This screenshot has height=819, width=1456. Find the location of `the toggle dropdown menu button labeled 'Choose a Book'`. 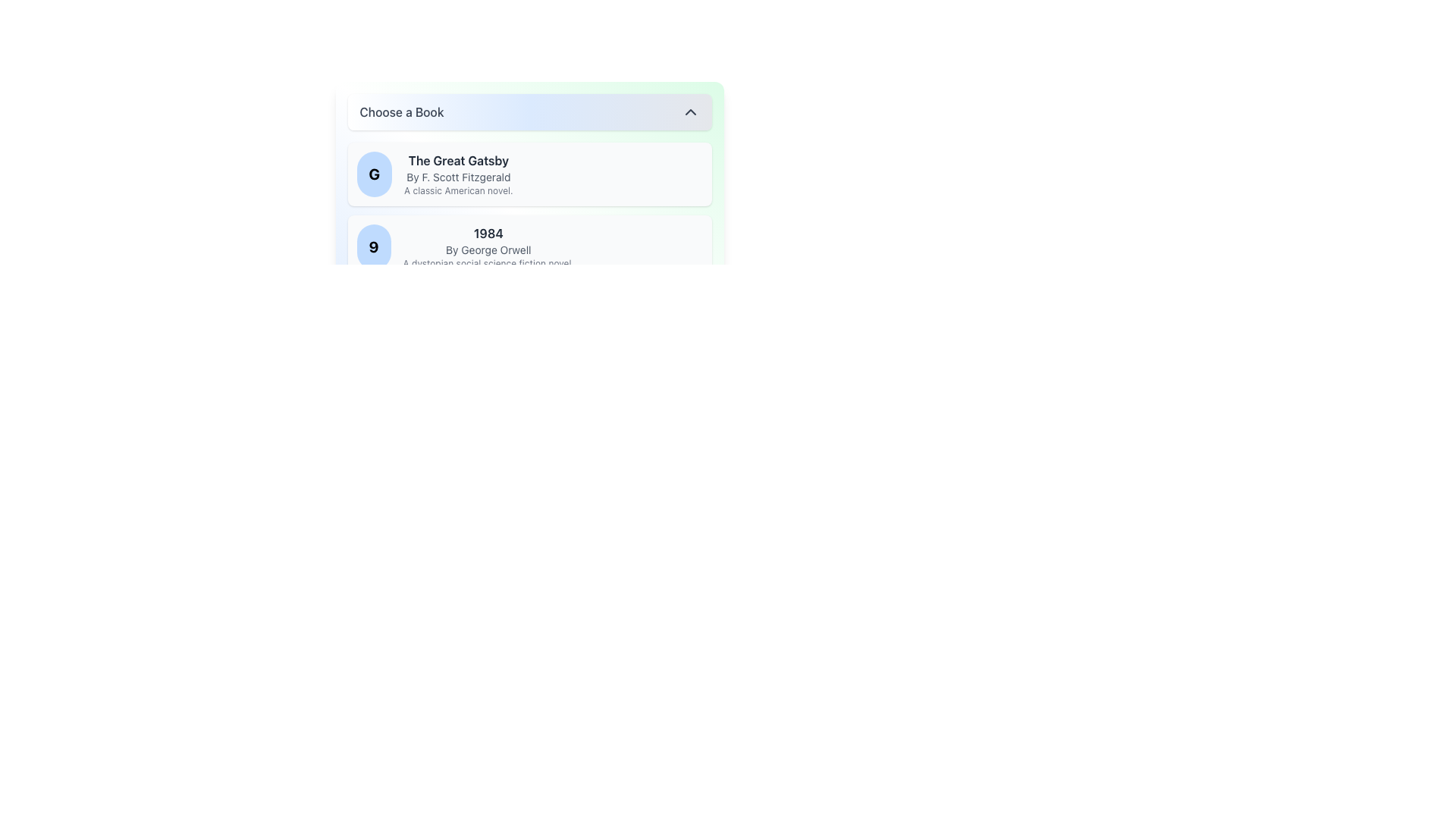

the toggle dropdown menu button labeled 'Choose a Book' is located at coordinates (529, 111).